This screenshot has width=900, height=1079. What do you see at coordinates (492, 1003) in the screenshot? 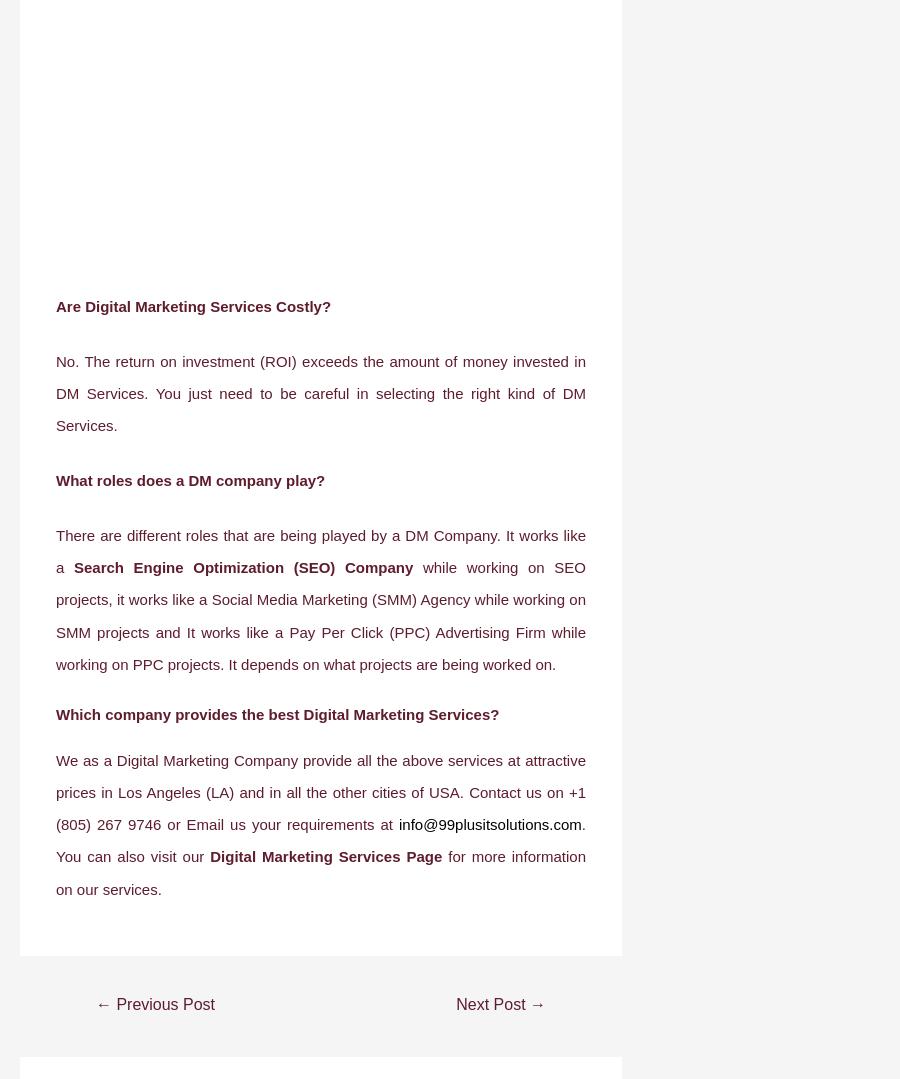
I see `'Next Post'` at bounding box center [492, 1003].